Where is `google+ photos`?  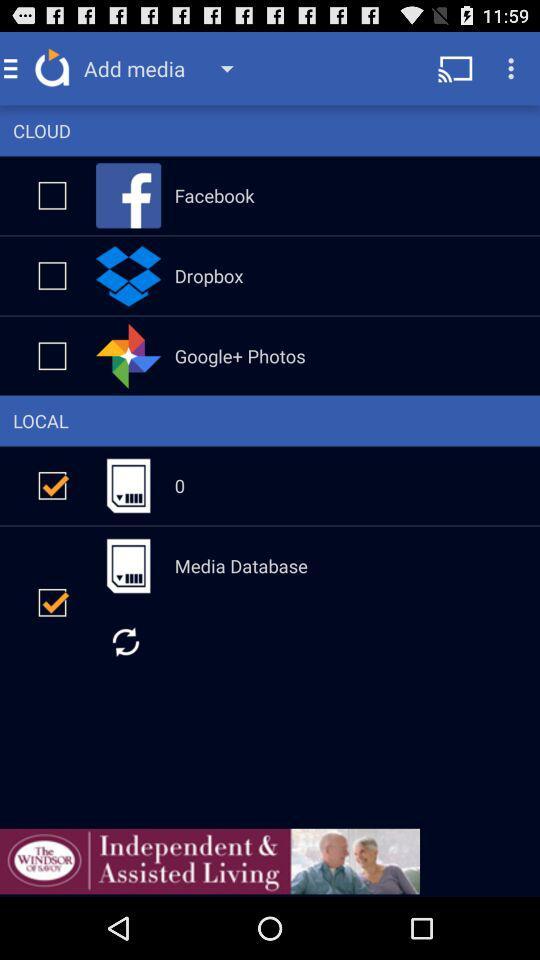
google+ photos is located at coordinates (52, 355).